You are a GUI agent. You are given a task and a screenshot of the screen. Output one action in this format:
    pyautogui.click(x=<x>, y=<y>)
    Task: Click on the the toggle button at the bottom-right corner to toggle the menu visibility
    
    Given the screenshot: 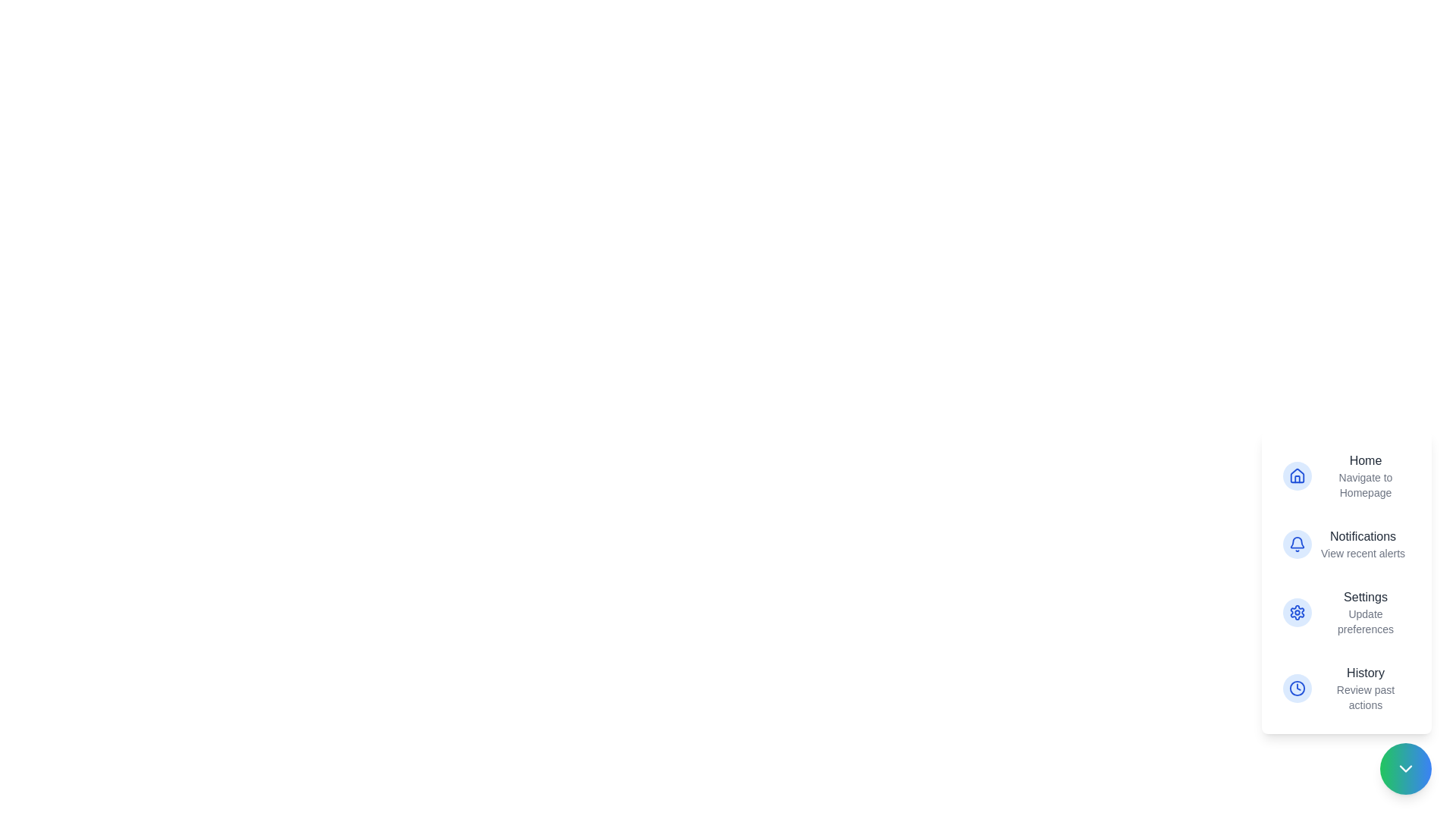 What is the action you would take?
    pyautogui.click(x=1404, y=769)
    